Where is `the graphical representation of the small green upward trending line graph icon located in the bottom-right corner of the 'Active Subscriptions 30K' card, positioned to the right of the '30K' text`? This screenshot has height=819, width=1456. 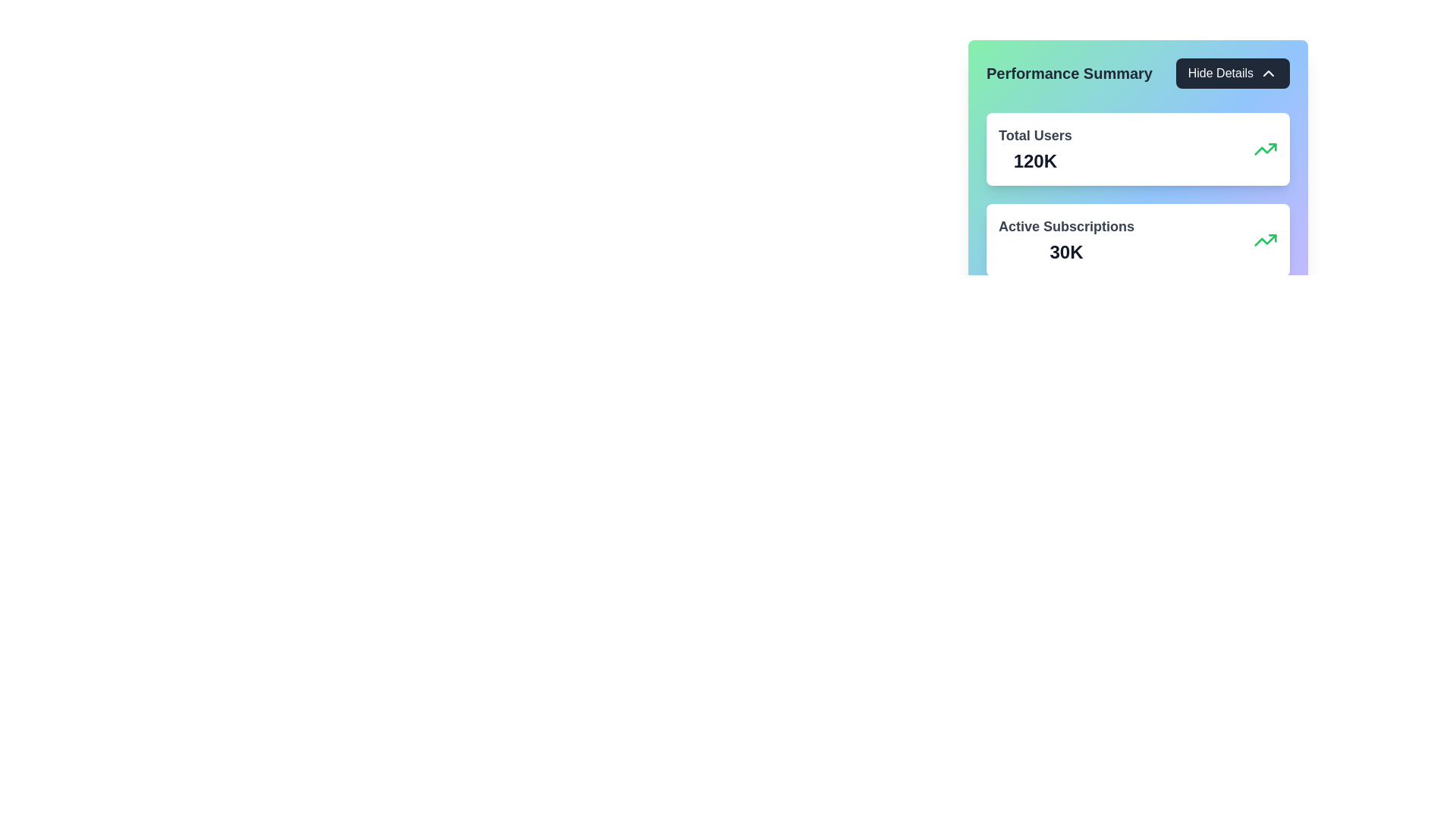
the graphical representation of the small green upward trending line graph icon located in the bottom-right corner of the 'Active Subscriptions 30K' card, positioned to the right of the '30K' text is located at coordinates (1266, 239).